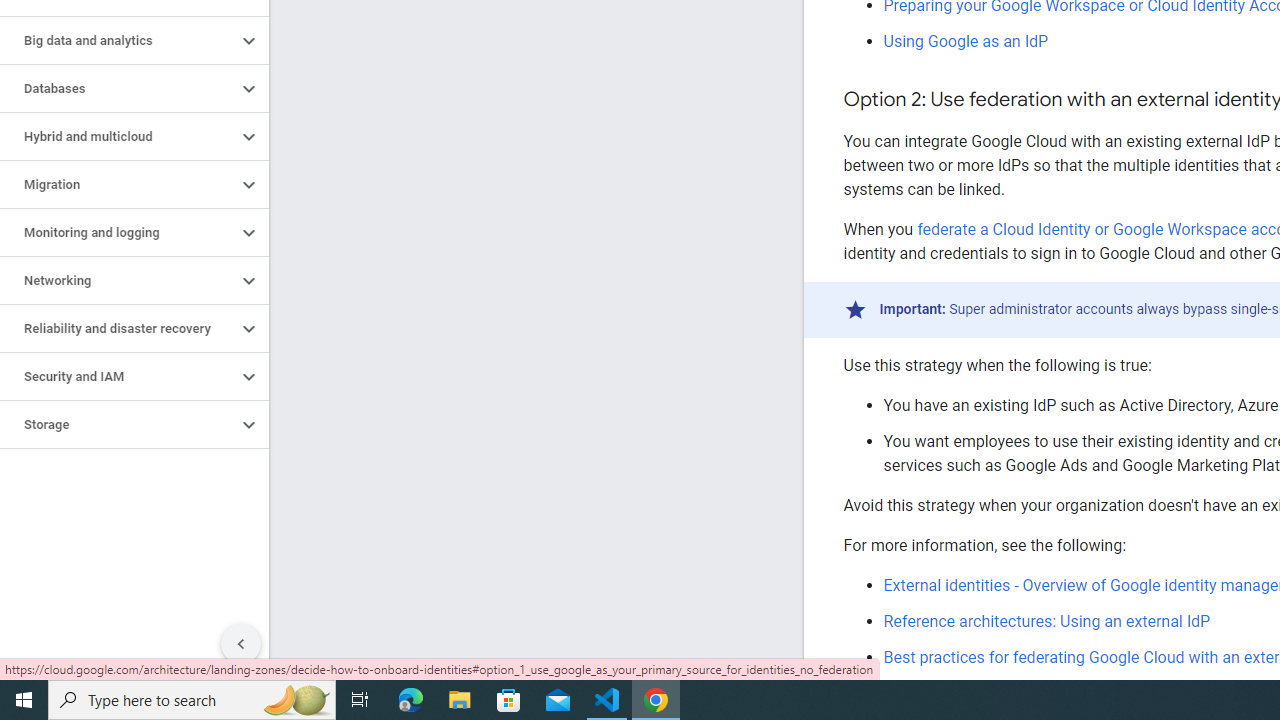  What do you see at coordinates (117, 185) in the screenshot?
I see `'Migration'` at bounding box center [117, 185].